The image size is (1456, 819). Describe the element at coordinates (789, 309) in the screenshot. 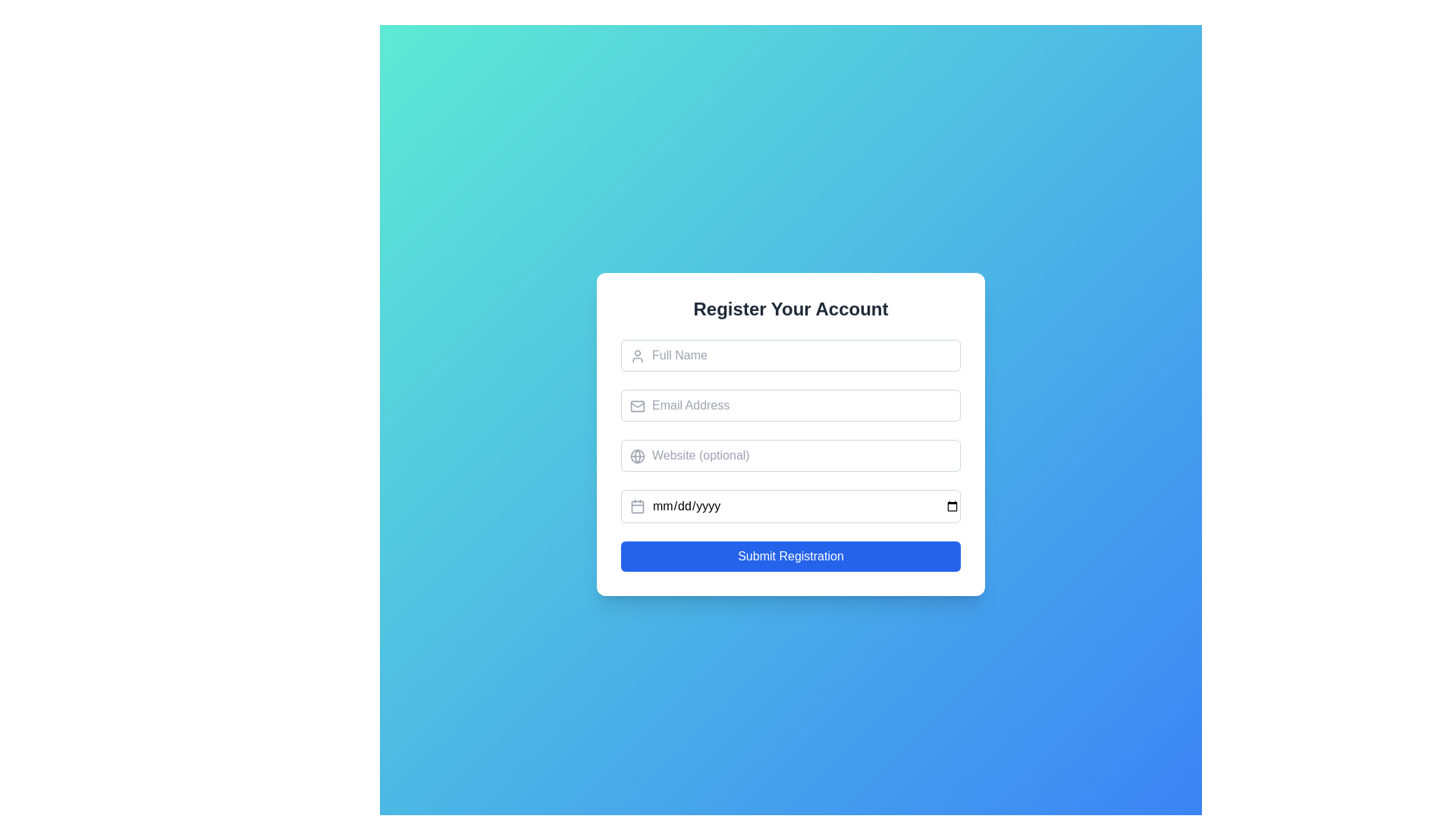

I see `the prominent, large-sized text element labeled 'Register Your Account' to trigger potential visual feedback` at that location.